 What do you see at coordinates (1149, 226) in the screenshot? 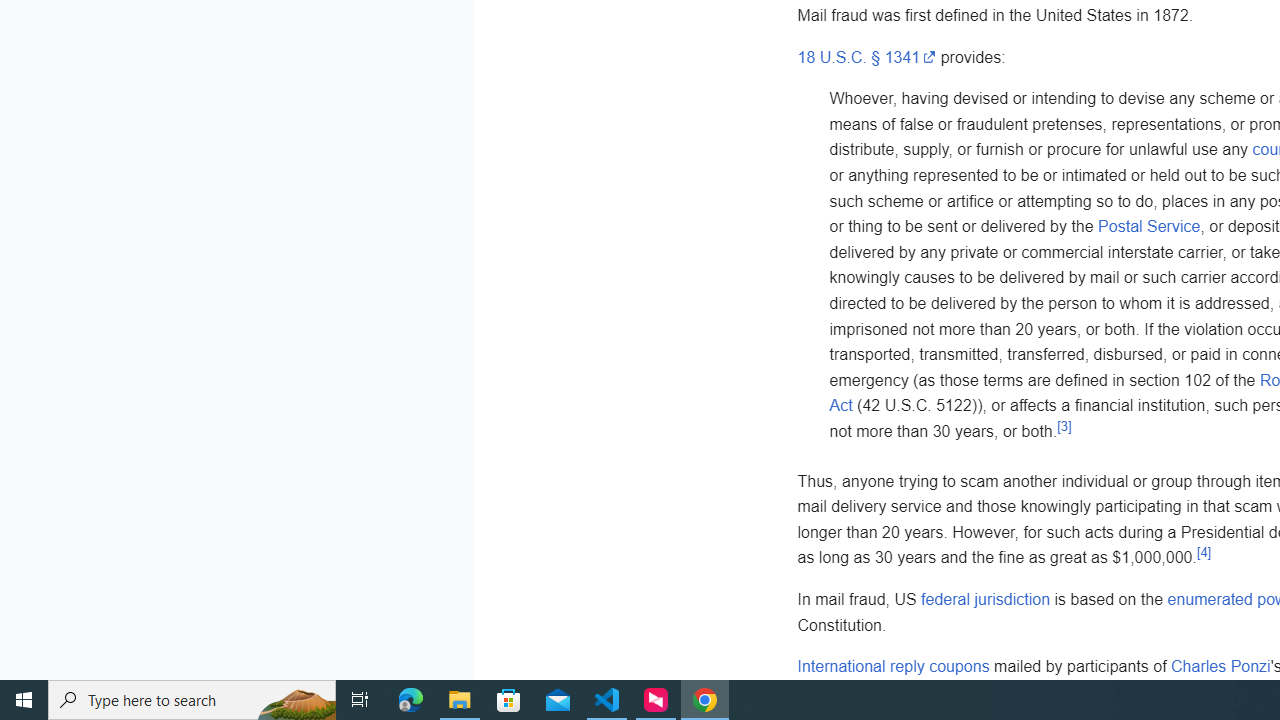
I see `'Postal Service'` at bounding box center [1149, 226].